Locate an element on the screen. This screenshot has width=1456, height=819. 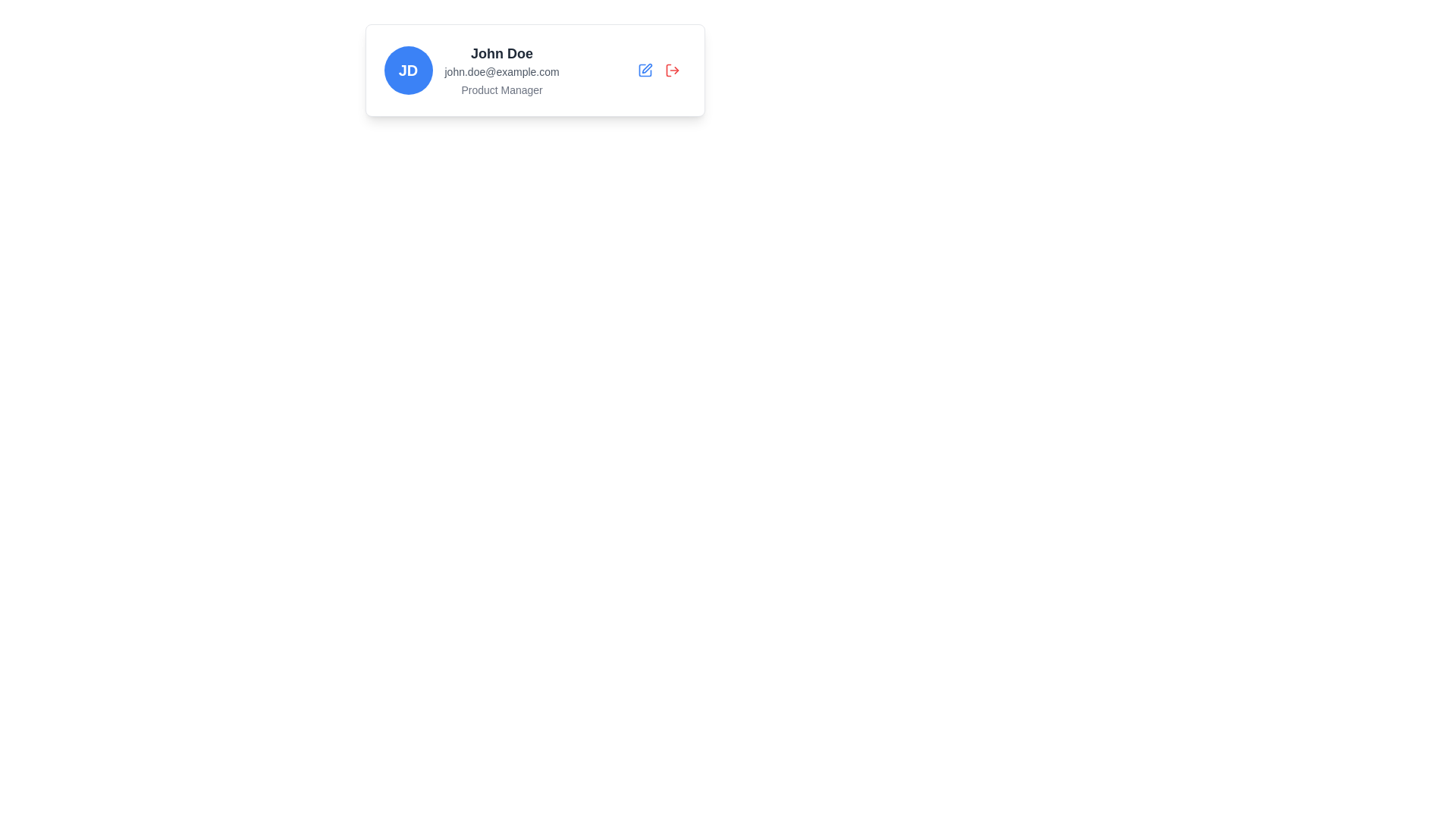
the logout icon located in the top-right area of the profile card, immediately to the right of the blue 'Edit Profile' icon is located at coordinates (658, 70).